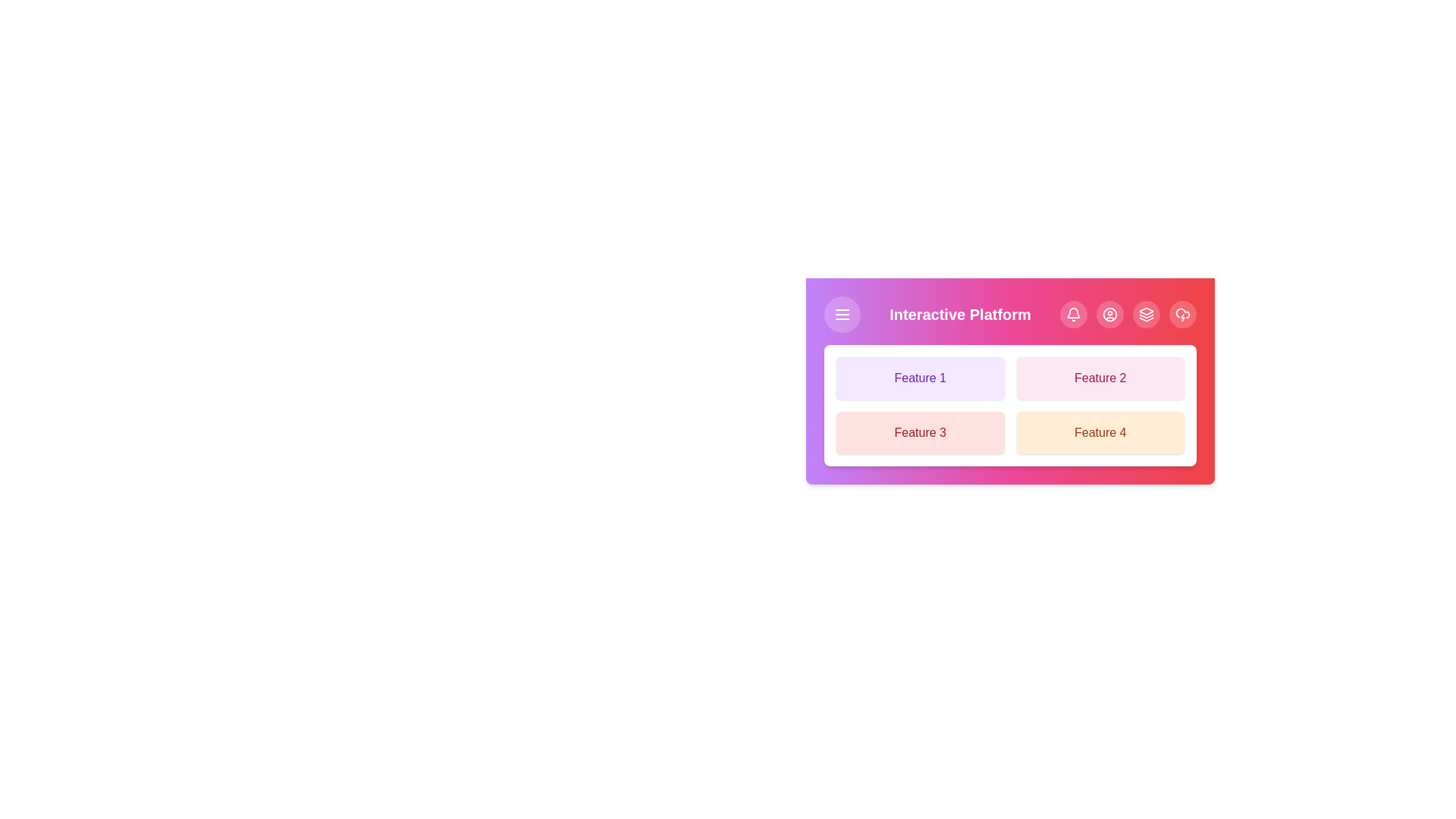  What do you see at coordinates (1147, 314) in the screenshot?
I see `the navigation button Layers` at bounding box center [1147, 314].